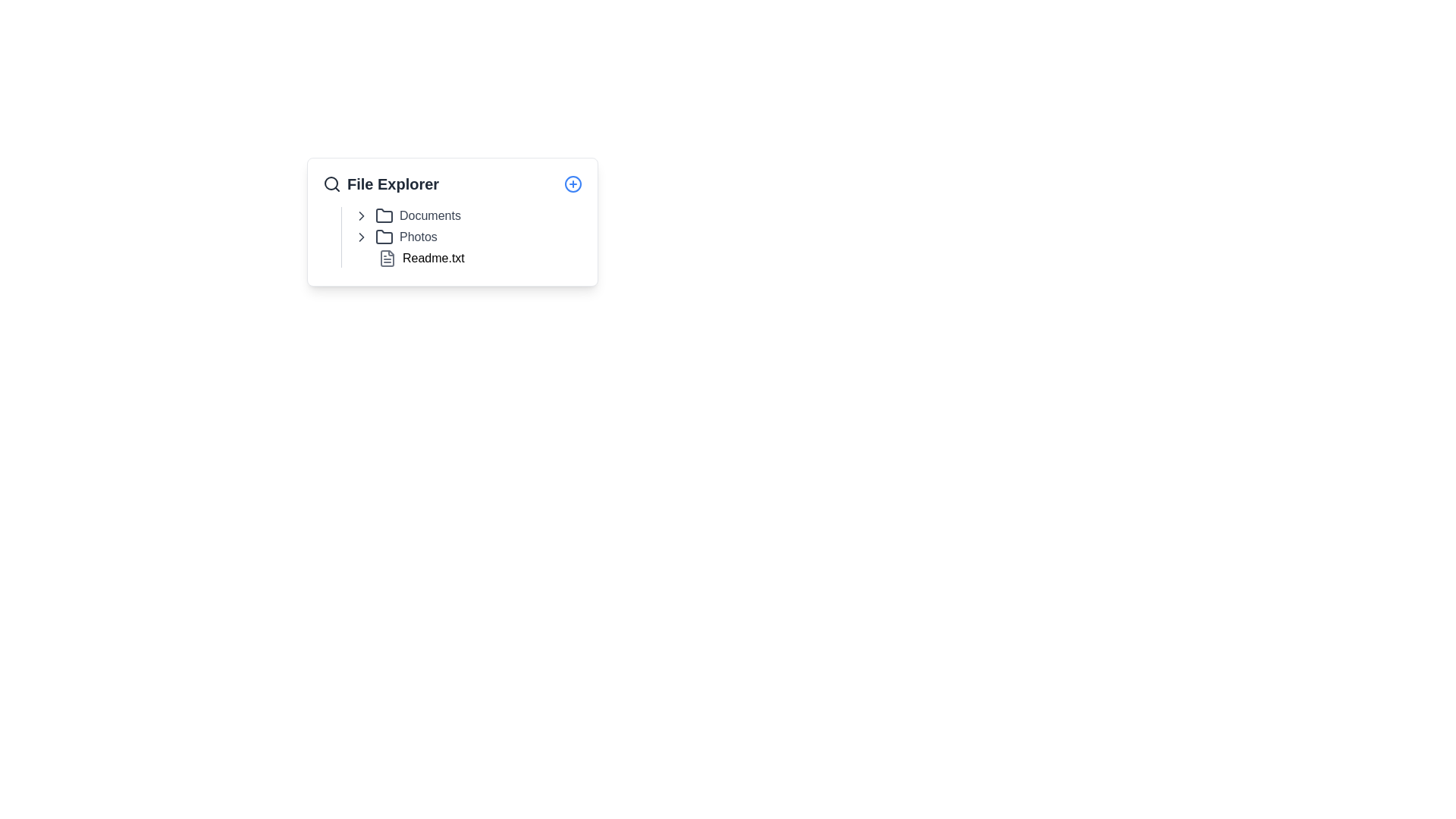 The width and height of the screenshot is (1456, 819). What do you see at coordinates (395, 237) in the screenshot?
I see `the 'Photos' interactive link located under the 'Documents' folder` at bounding box center [395, 237].